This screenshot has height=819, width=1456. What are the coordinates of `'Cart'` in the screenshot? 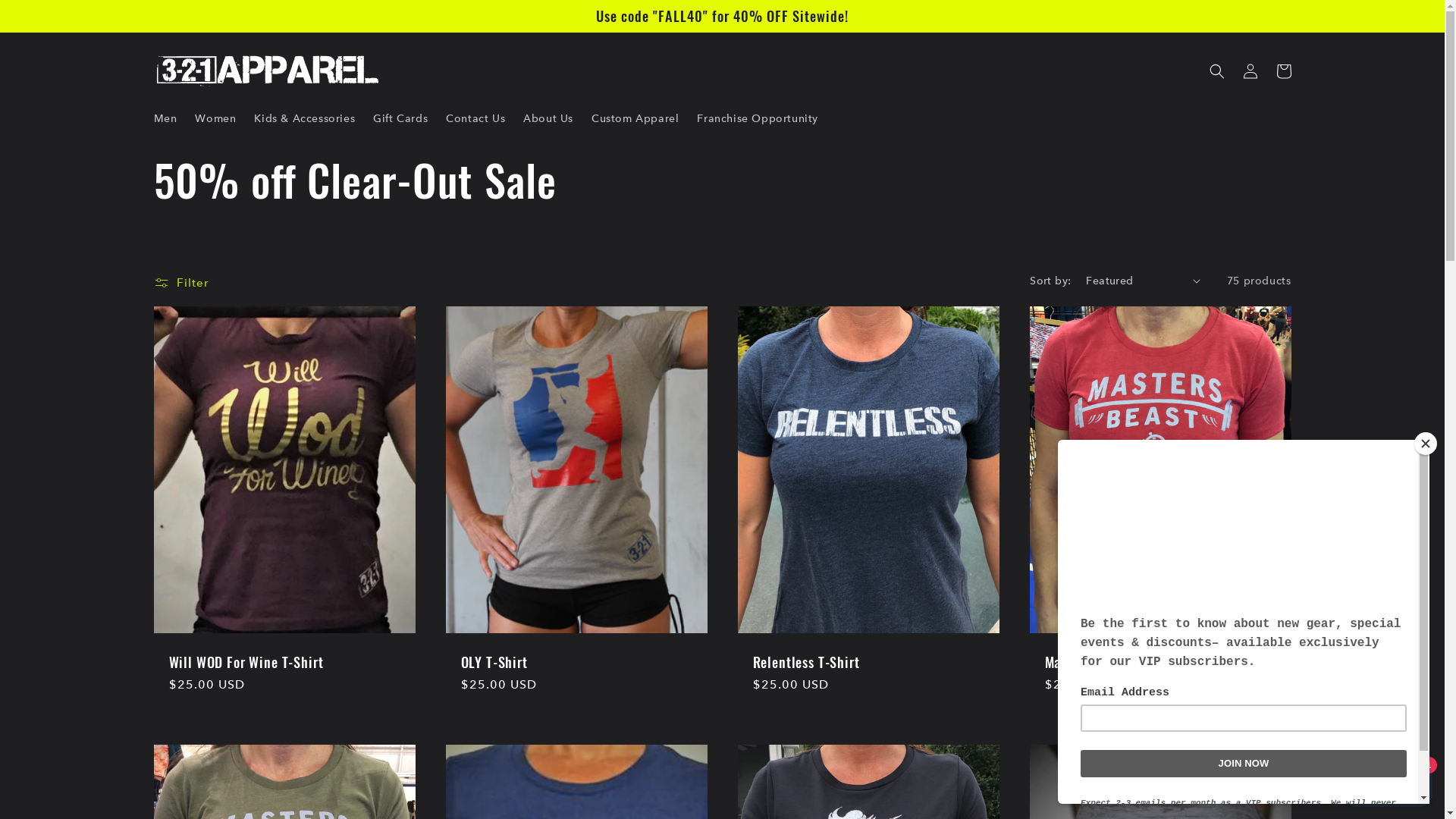 It's located at (1282, 71).